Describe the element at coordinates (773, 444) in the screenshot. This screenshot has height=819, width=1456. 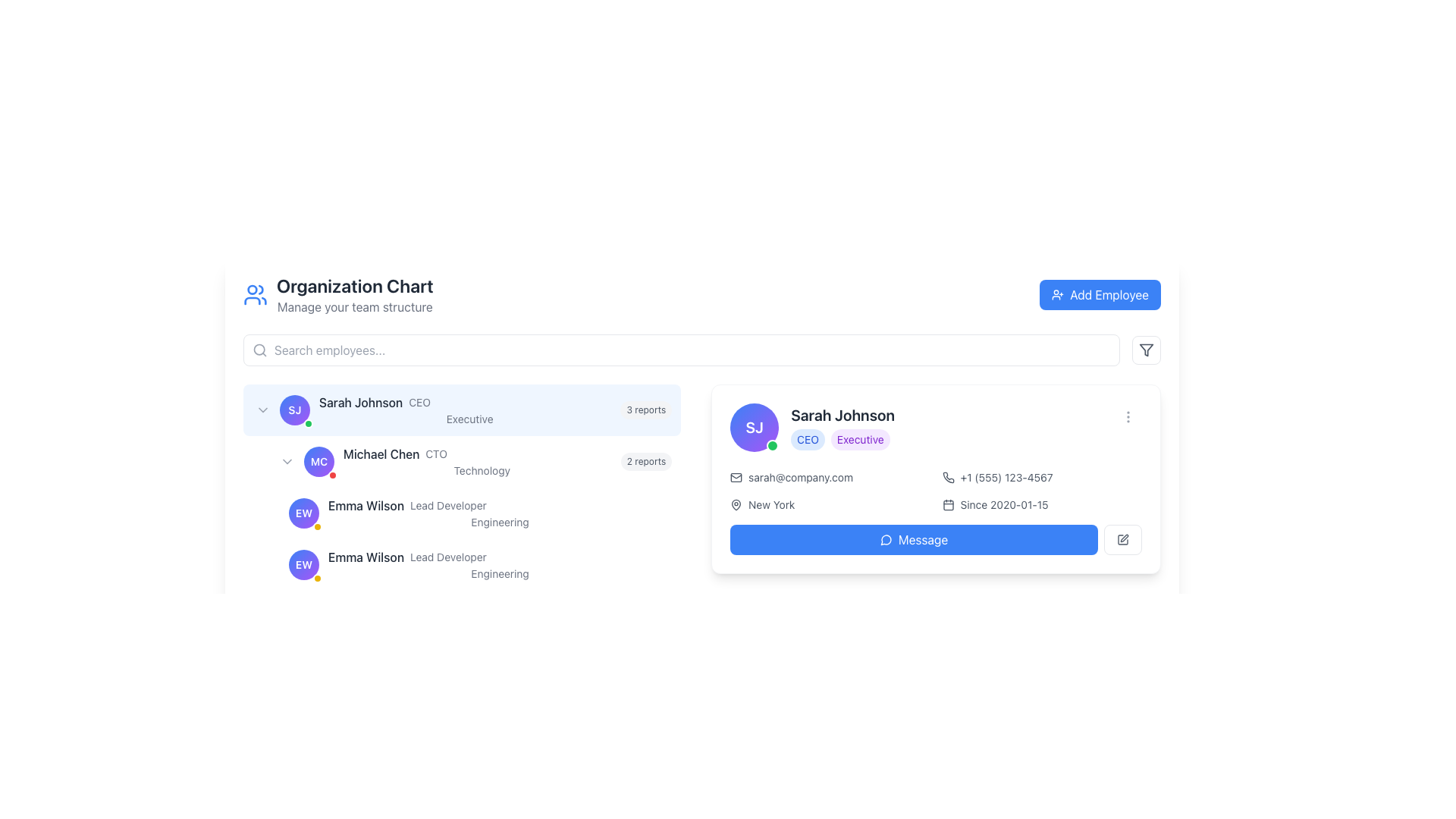
I see `the Status Indicator for the 'SJ' profile` at that location.